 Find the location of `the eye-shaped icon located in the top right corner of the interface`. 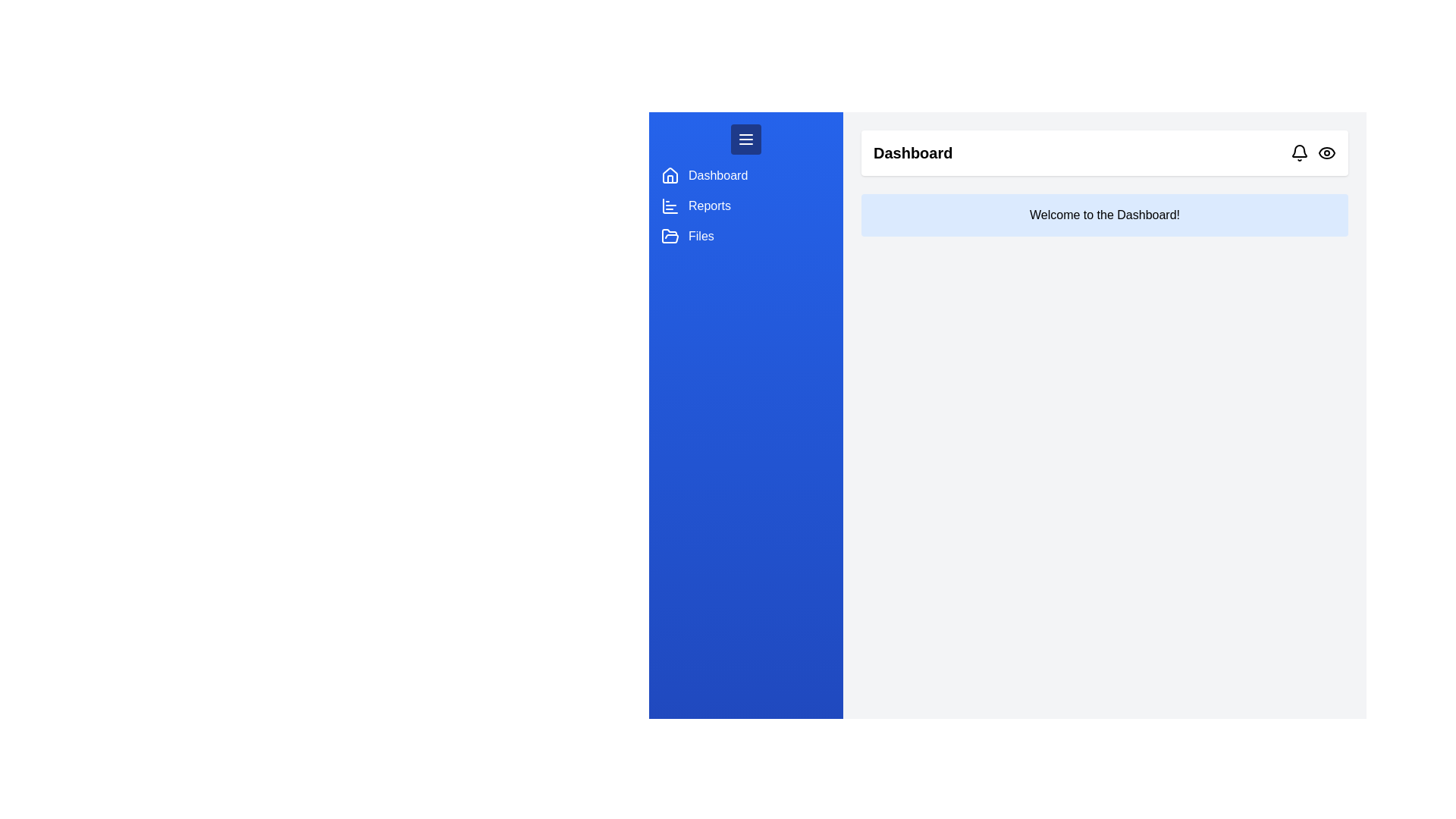

the eye-shaped icon located in the top right corner of the interface is located at coordinates (1326, 152).